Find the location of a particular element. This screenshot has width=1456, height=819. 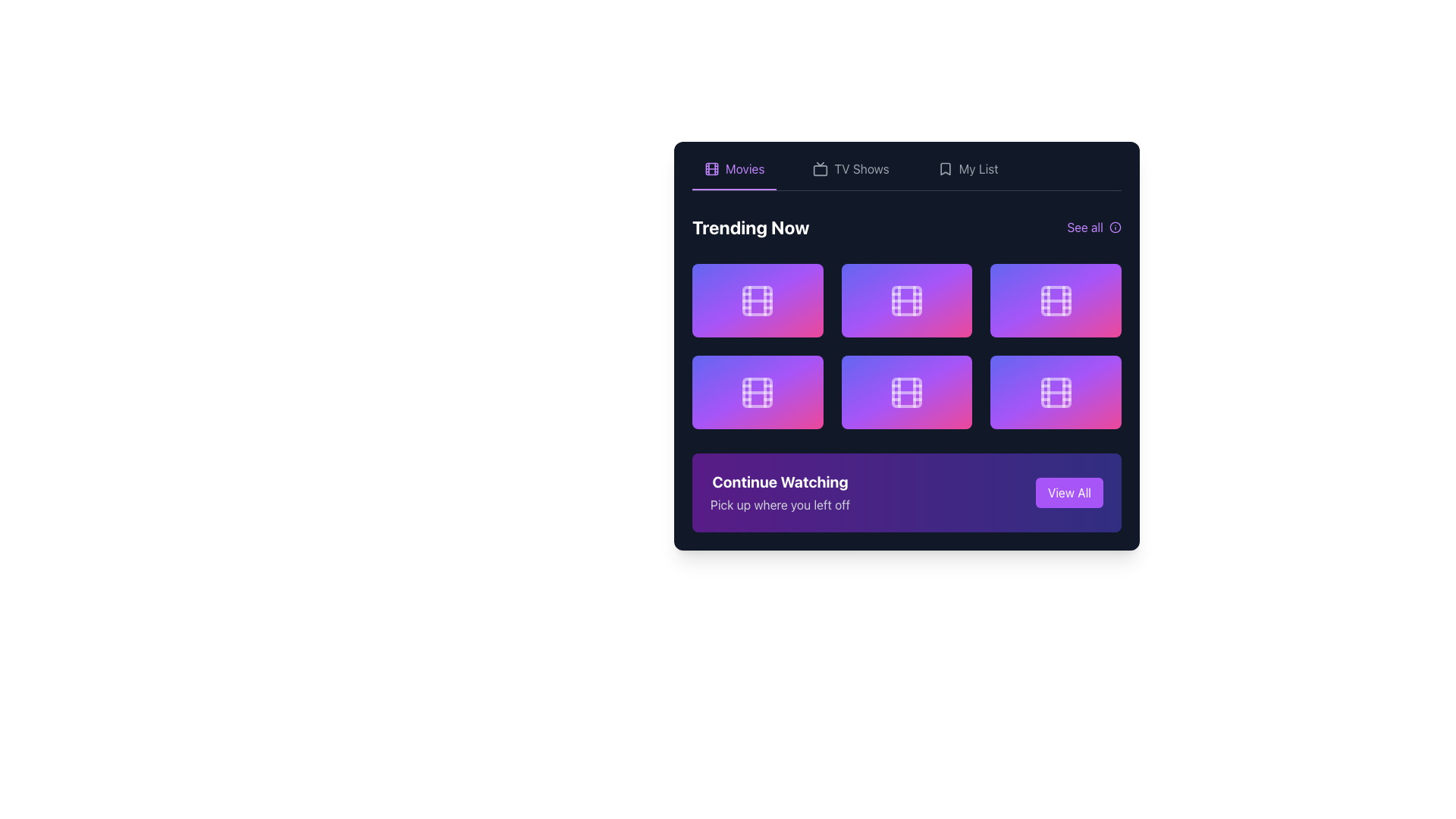

the Interactive Card located in the 'Trending Now' section is located at coordinates (758, 300).